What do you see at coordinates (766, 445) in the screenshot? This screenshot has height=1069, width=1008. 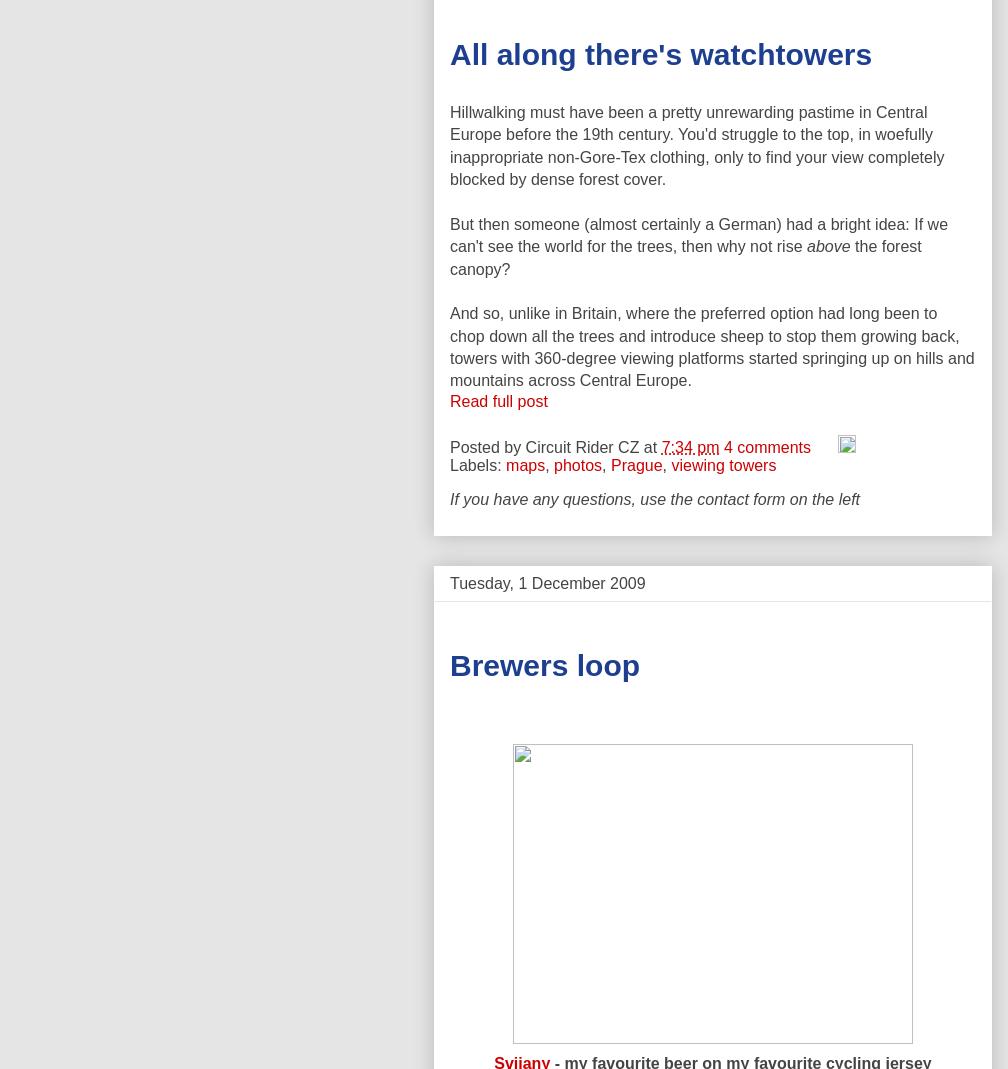 I see `'4
comments'` at bounding box center [766, 445].